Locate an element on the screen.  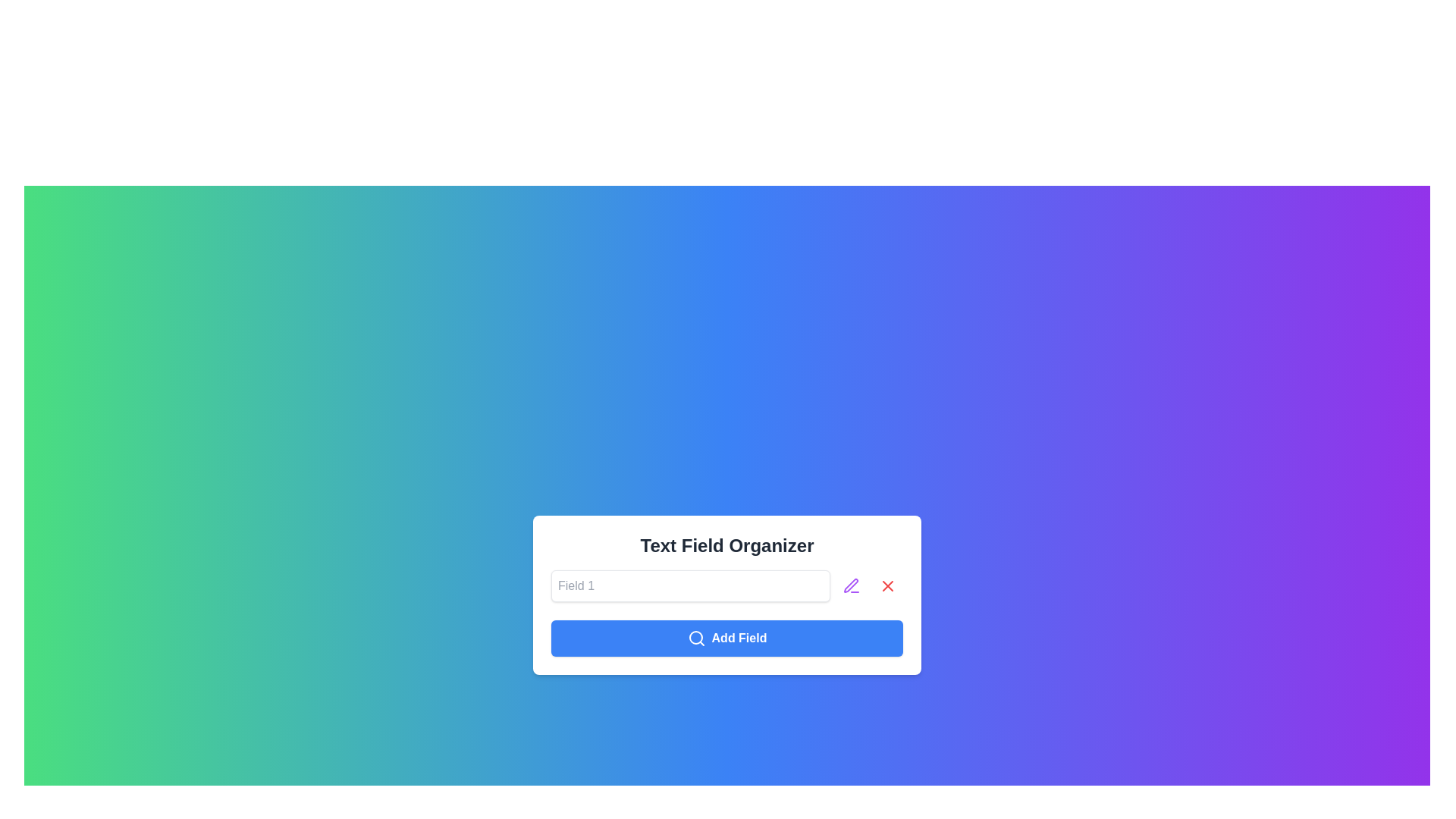
the dismiss or delete icon button located near the top right of the text field labeled 'Field 1' is located at coordinates (888, 585).